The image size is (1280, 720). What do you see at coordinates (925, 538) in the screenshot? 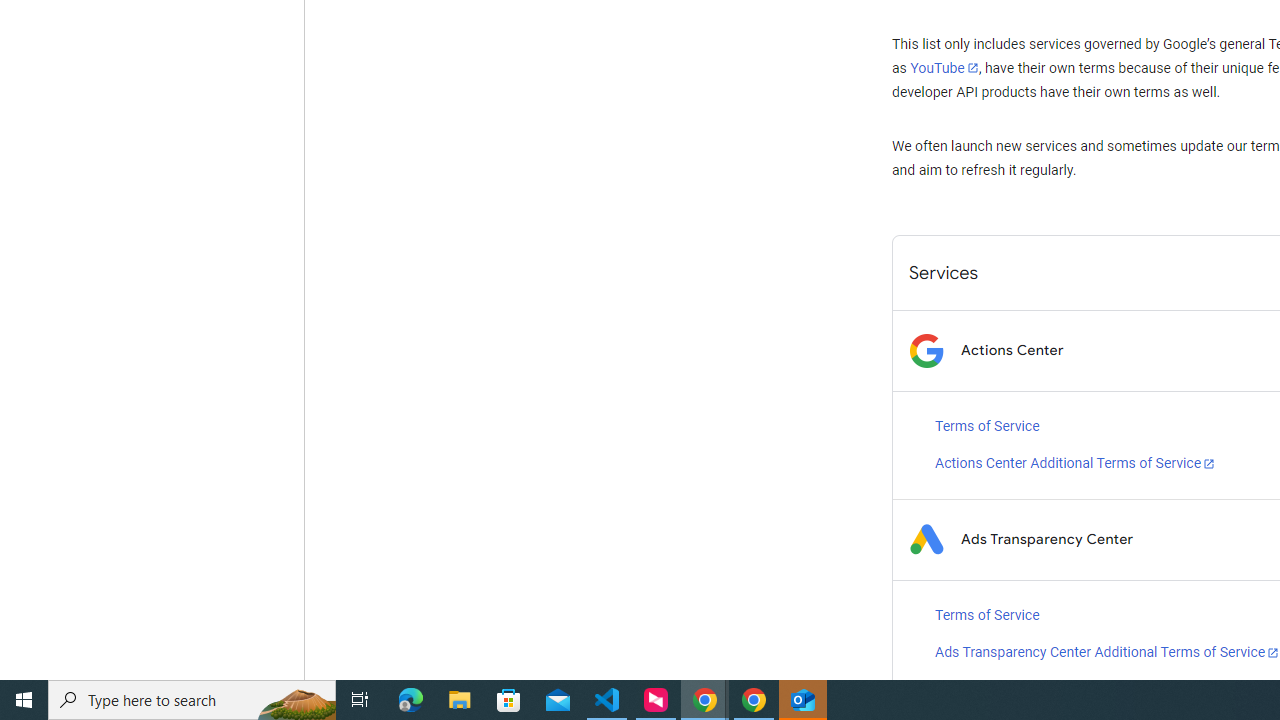
I see `'Logo for Ads Transparency Center'` at bounding box center [925, 538].